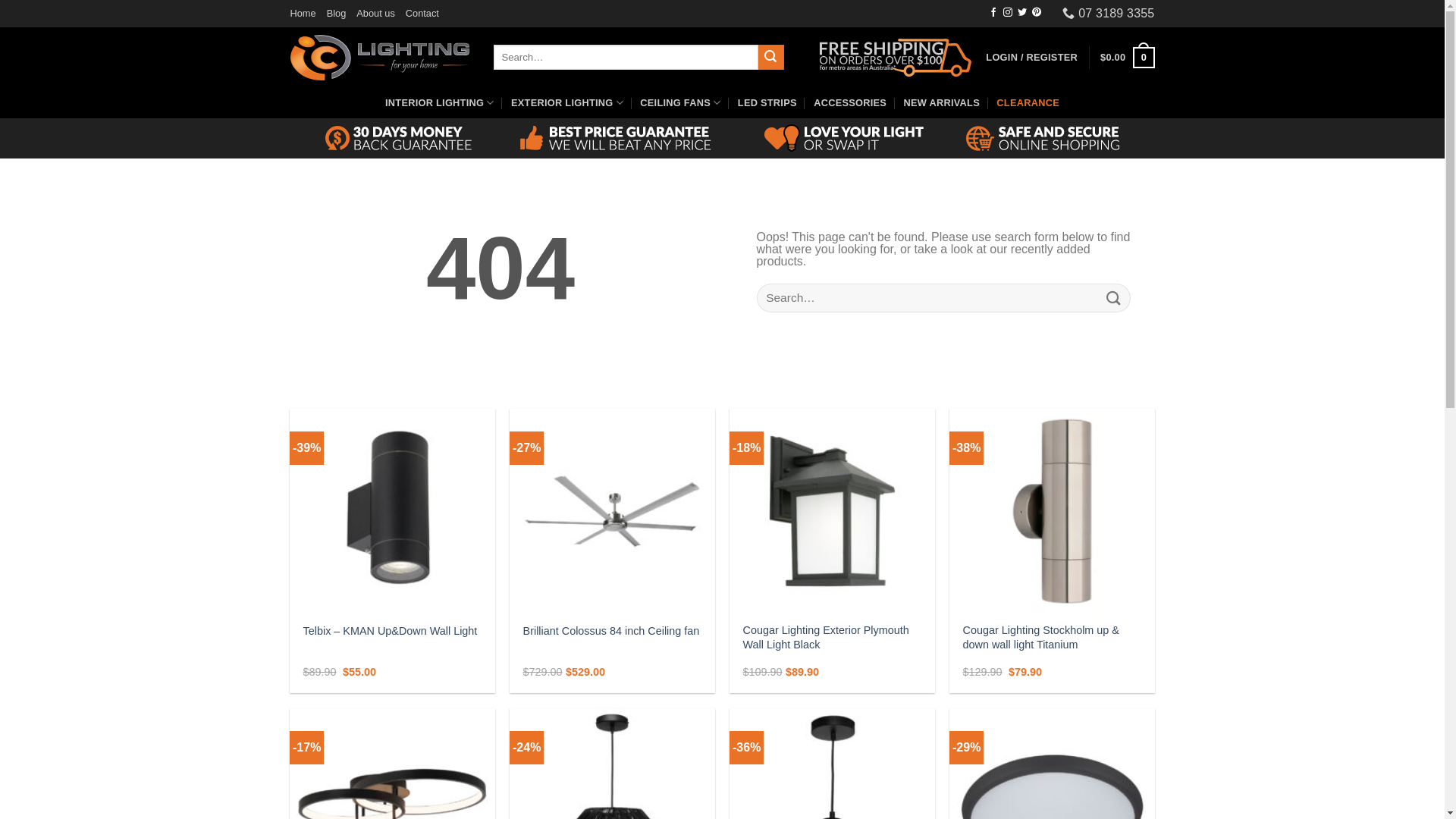 Image resolution: width=1456 pixels, height=819 pixels. I want to click on 'Follow on Facebook', so click(989, 12).